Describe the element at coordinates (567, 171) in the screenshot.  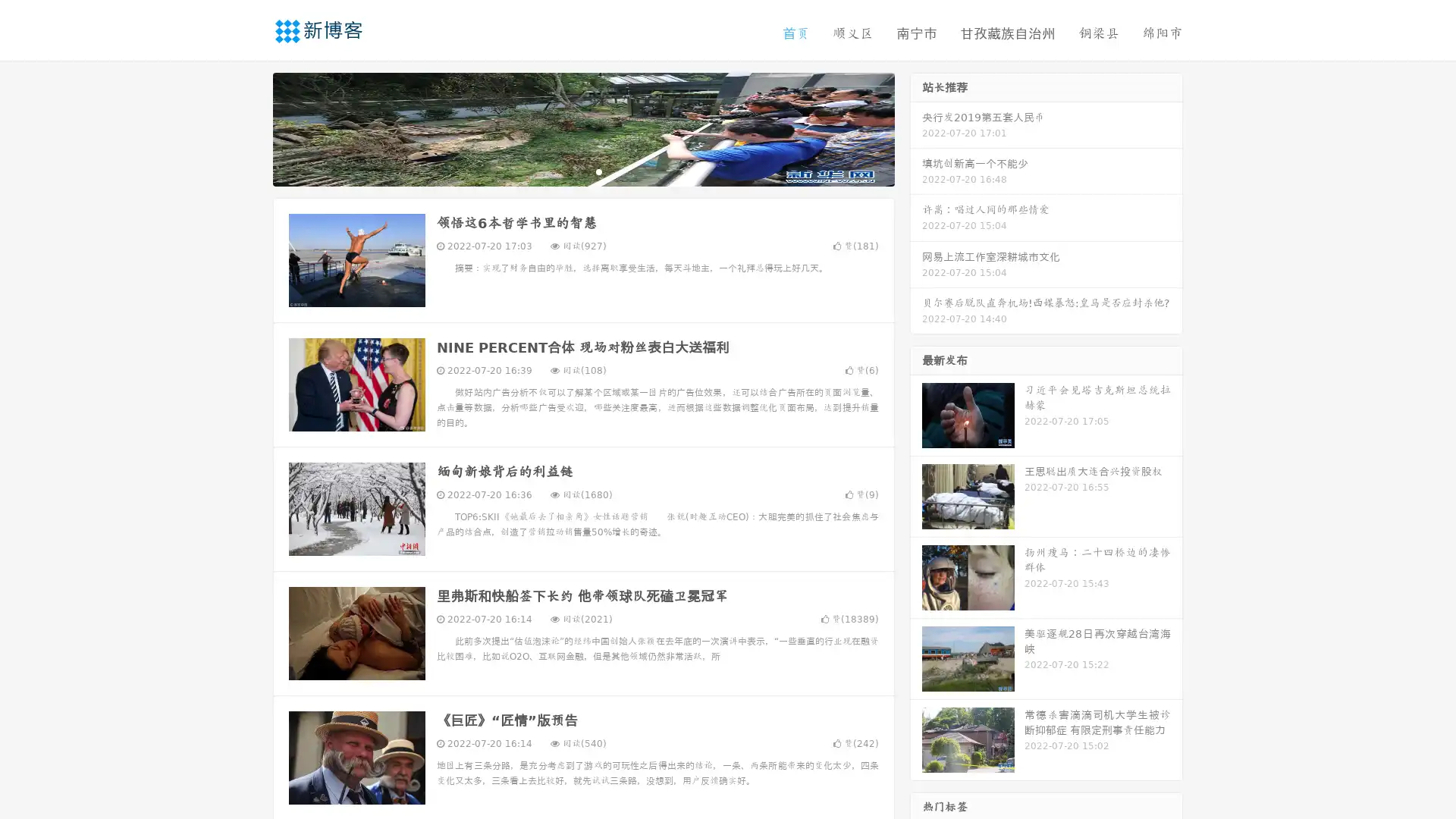
I see `Go to slide 1` at that location.